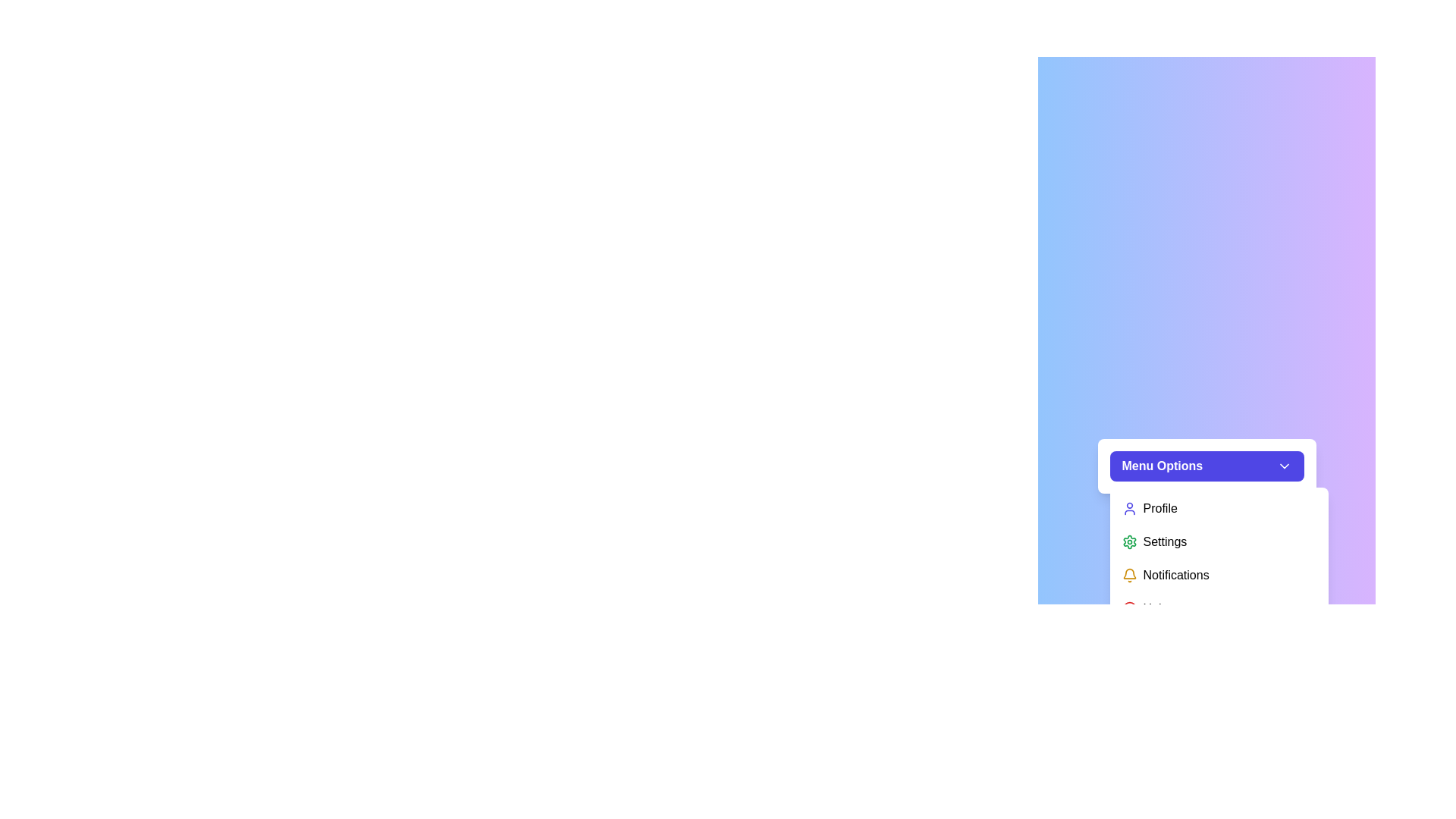  I want to click on the Chevron Down icon located at the upper right section of the 'Menu Options' button, so click(1283, 465).